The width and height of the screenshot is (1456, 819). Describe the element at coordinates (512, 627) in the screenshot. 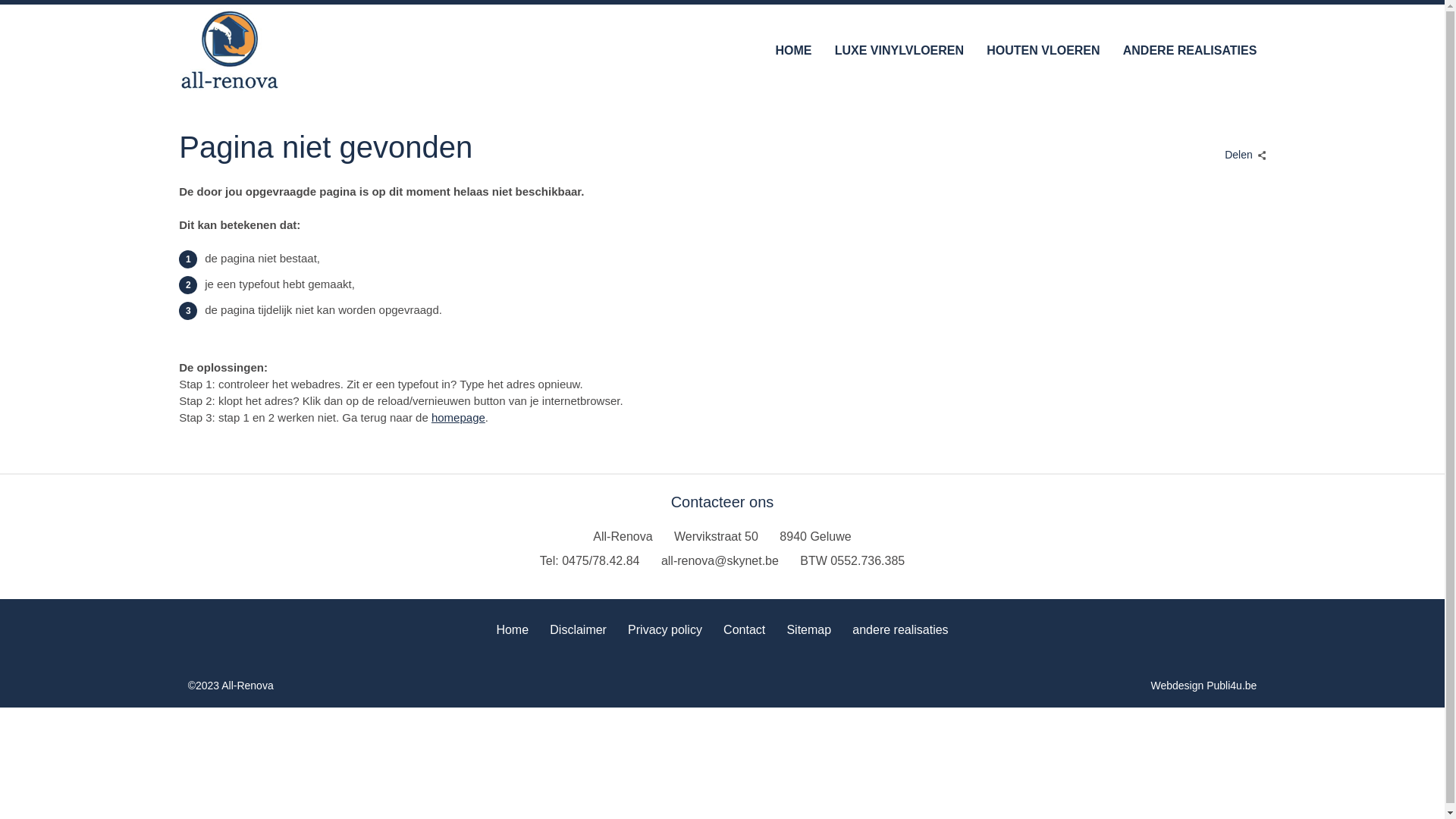

I see `'Home'` at that location.